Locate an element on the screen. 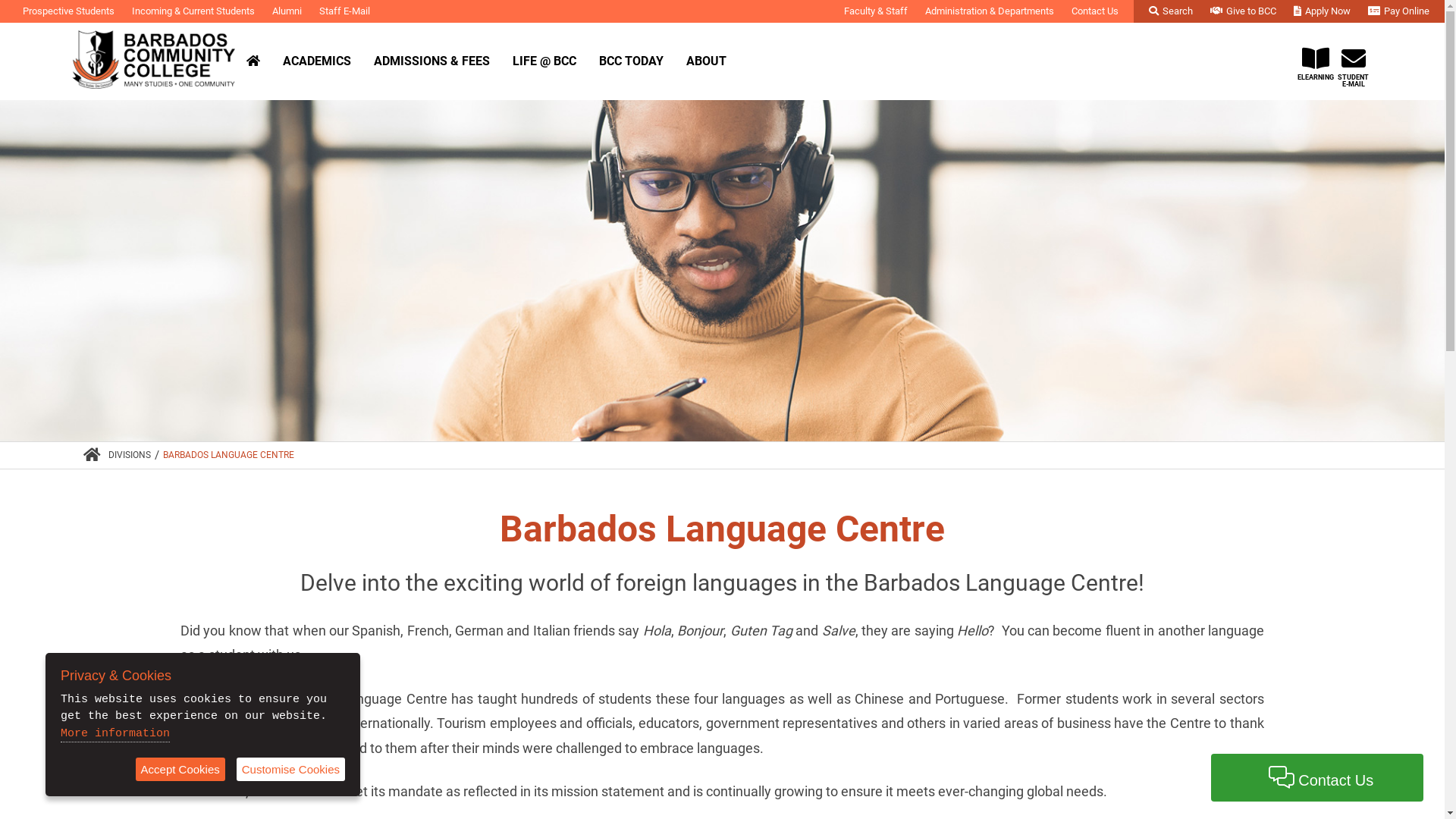  'Pay Online' is located at coordinates (1368, 11).